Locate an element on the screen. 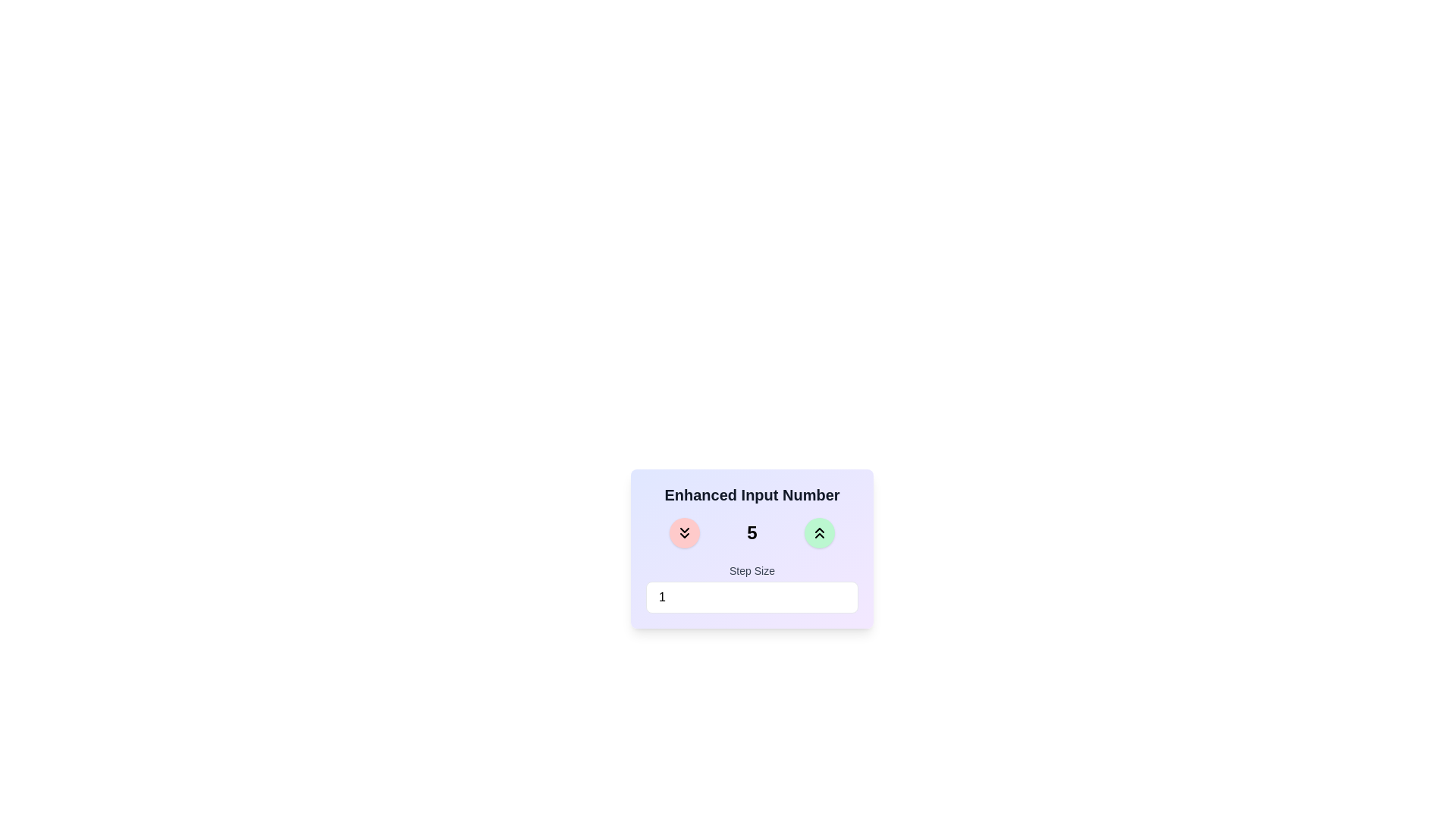 The image size is (1456, 819). and activate the Icon button located on the top-left of the 'Enhanced Input Number' panel is located at coordinates (684, 532).